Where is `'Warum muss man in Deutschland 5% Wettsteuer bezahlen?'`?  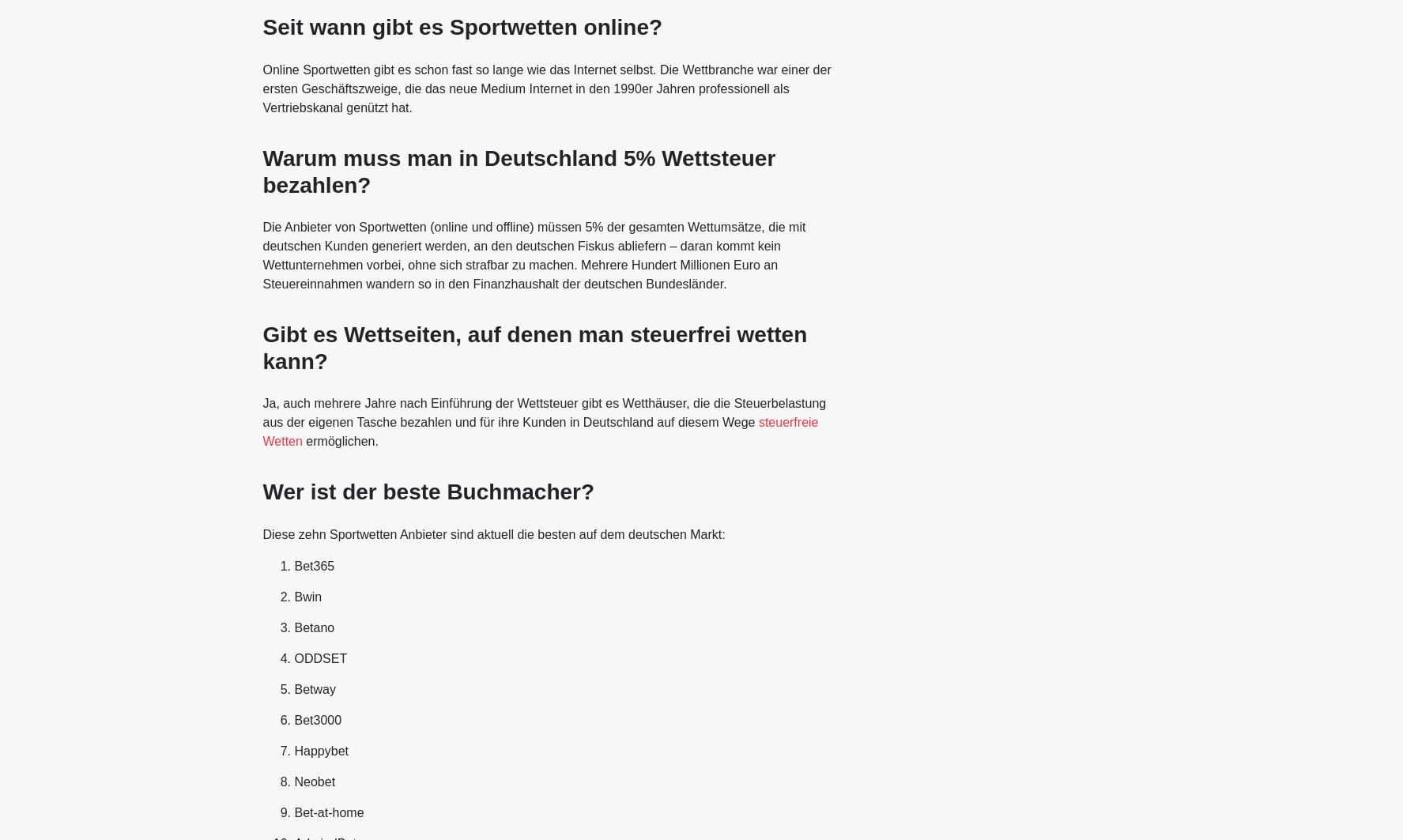
'Warum muss man in Deutschland 5% Wettsteuer bezahlen?' is located at coordinates (261, 171).